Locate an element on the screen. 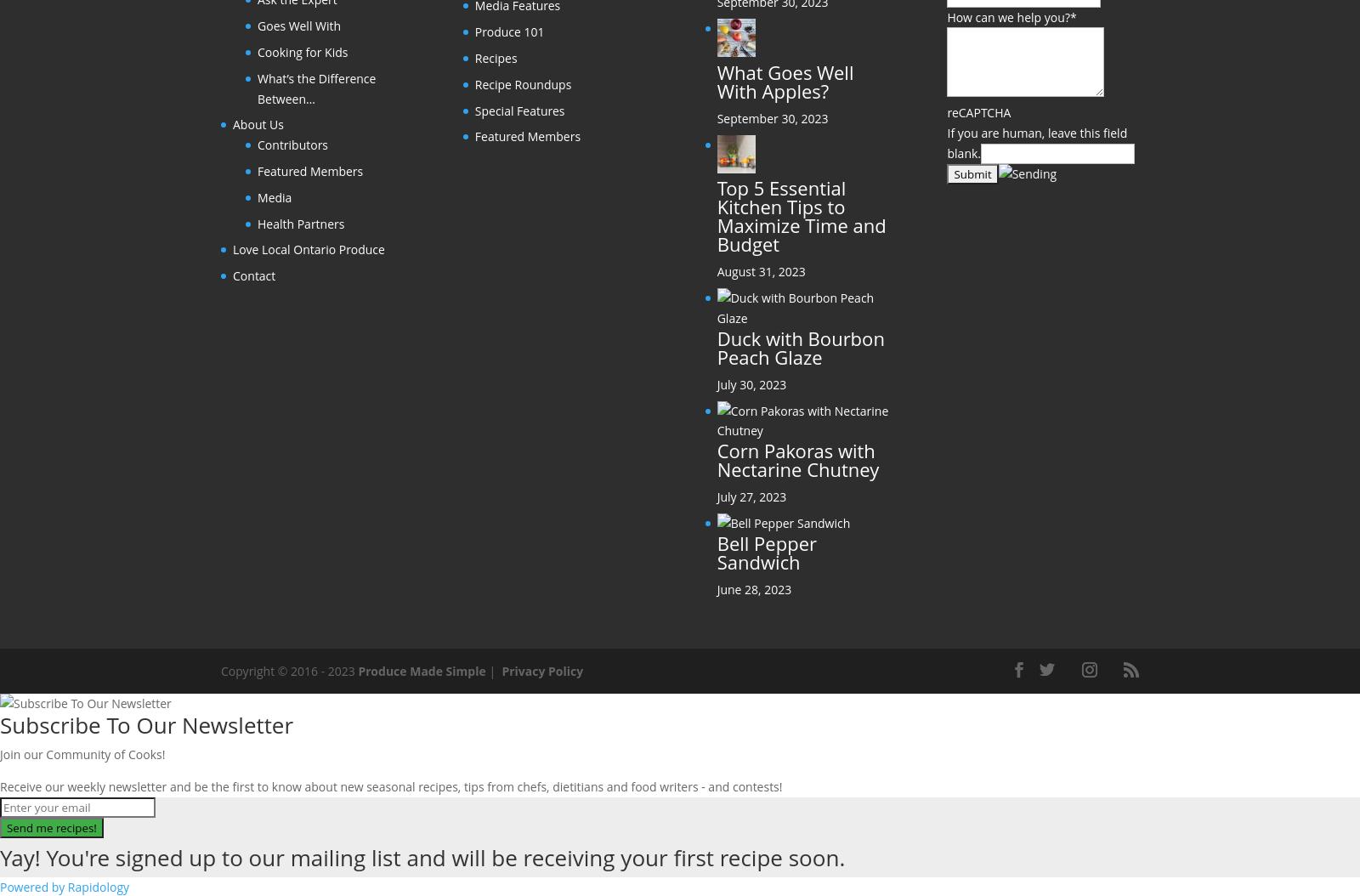 The width and height of the screenshot is (1360, 896). 'Health Partners' is located at coordinates (301, 223).